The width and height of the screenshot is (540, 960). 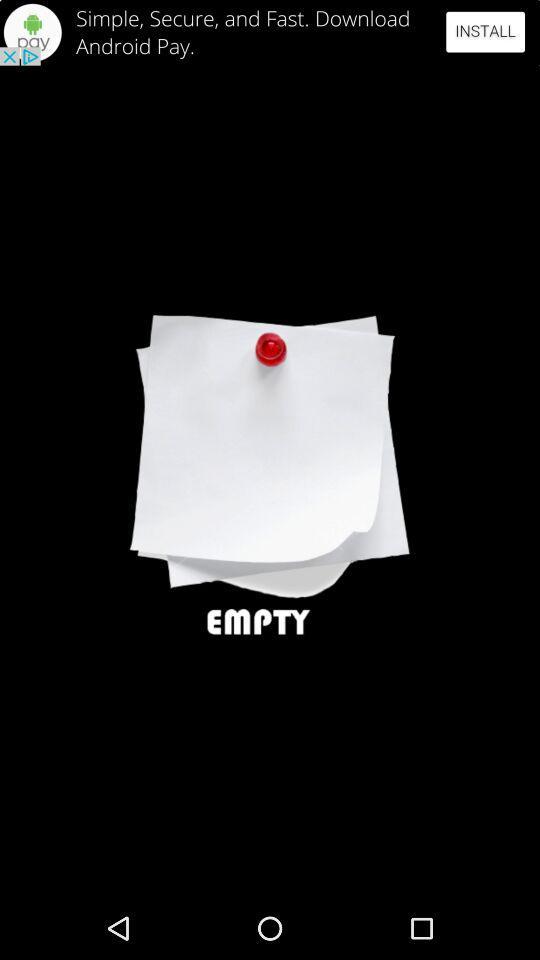 What do you see at coordinates (270, 31) in the screenshot?
I see `open advertisement` at bounding box center [270, 31].